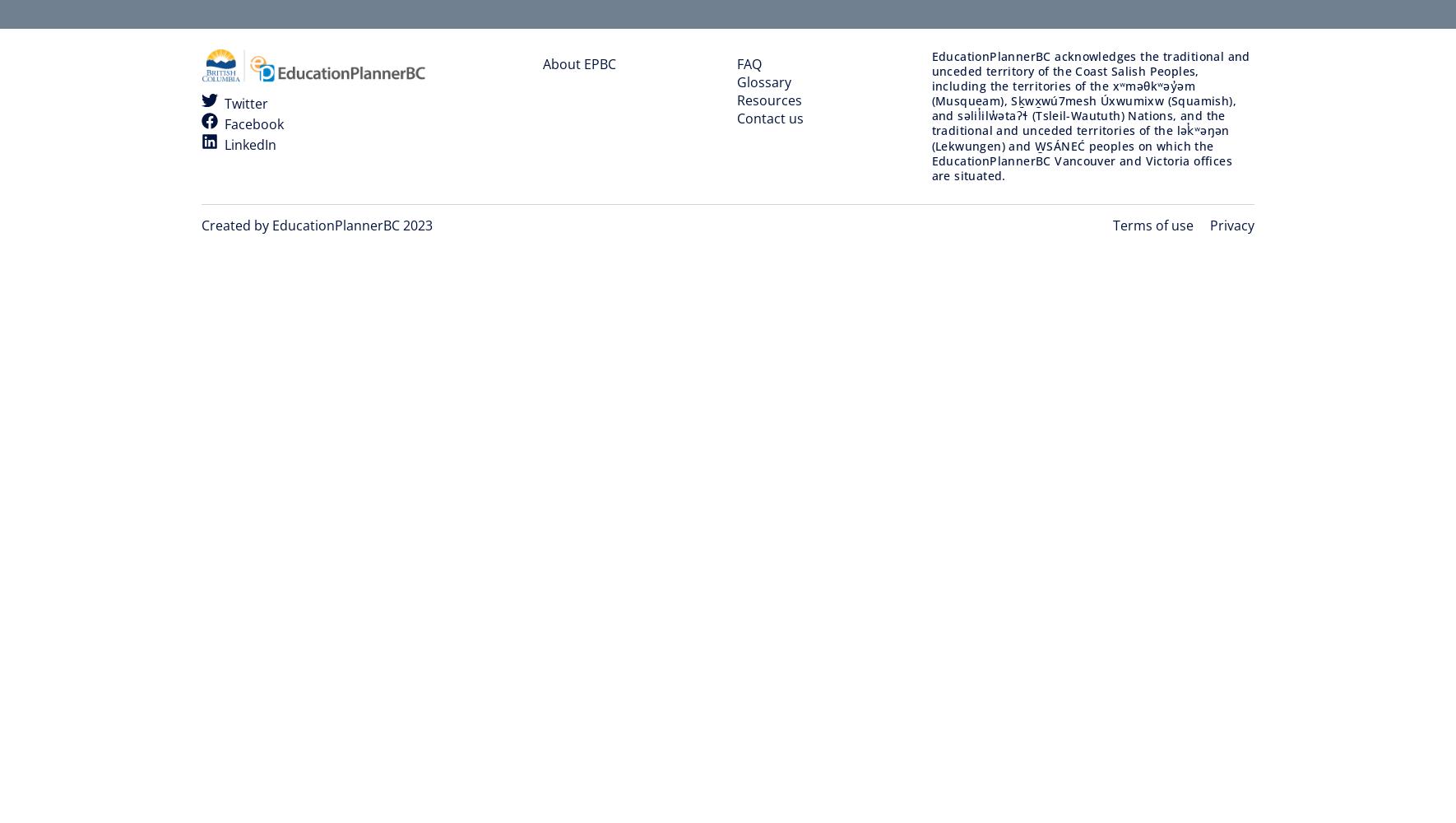 This screenshot has height=823, width=1456. What do you see at coordinates (249, 144) in the screenshot?
I see `'LinkedIn'` at bounding box center [249, 144].